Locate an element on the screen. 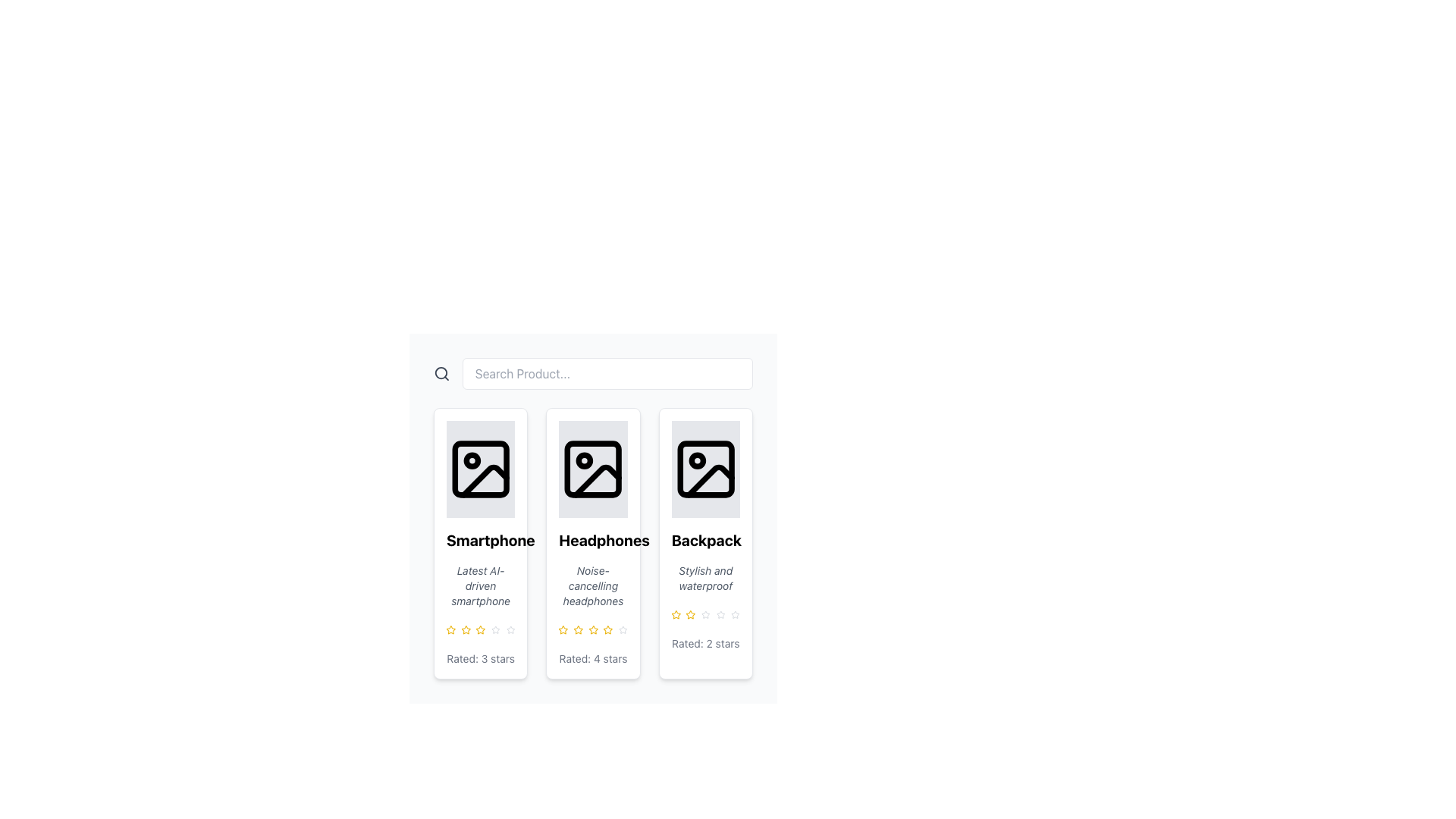 The height and width of the screenshot is (819, 1456). the fourth star rating icon in the rating system for the 'Smartphone' product is located at coordinates (480, 629).